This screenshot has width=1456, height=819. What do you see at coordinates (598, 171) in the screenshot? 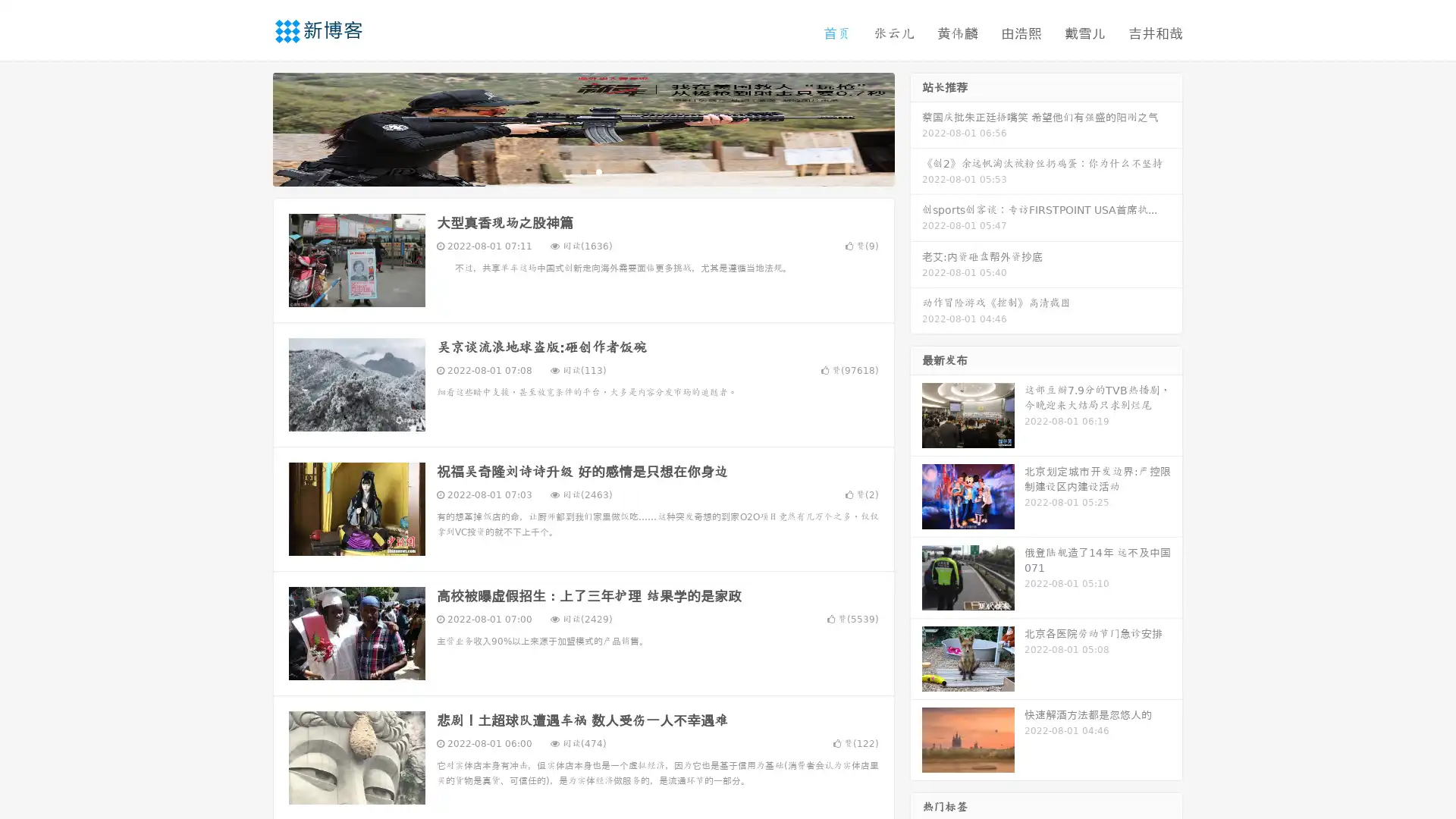
I see `Go to slide 3` at bounding box center [598, 171].